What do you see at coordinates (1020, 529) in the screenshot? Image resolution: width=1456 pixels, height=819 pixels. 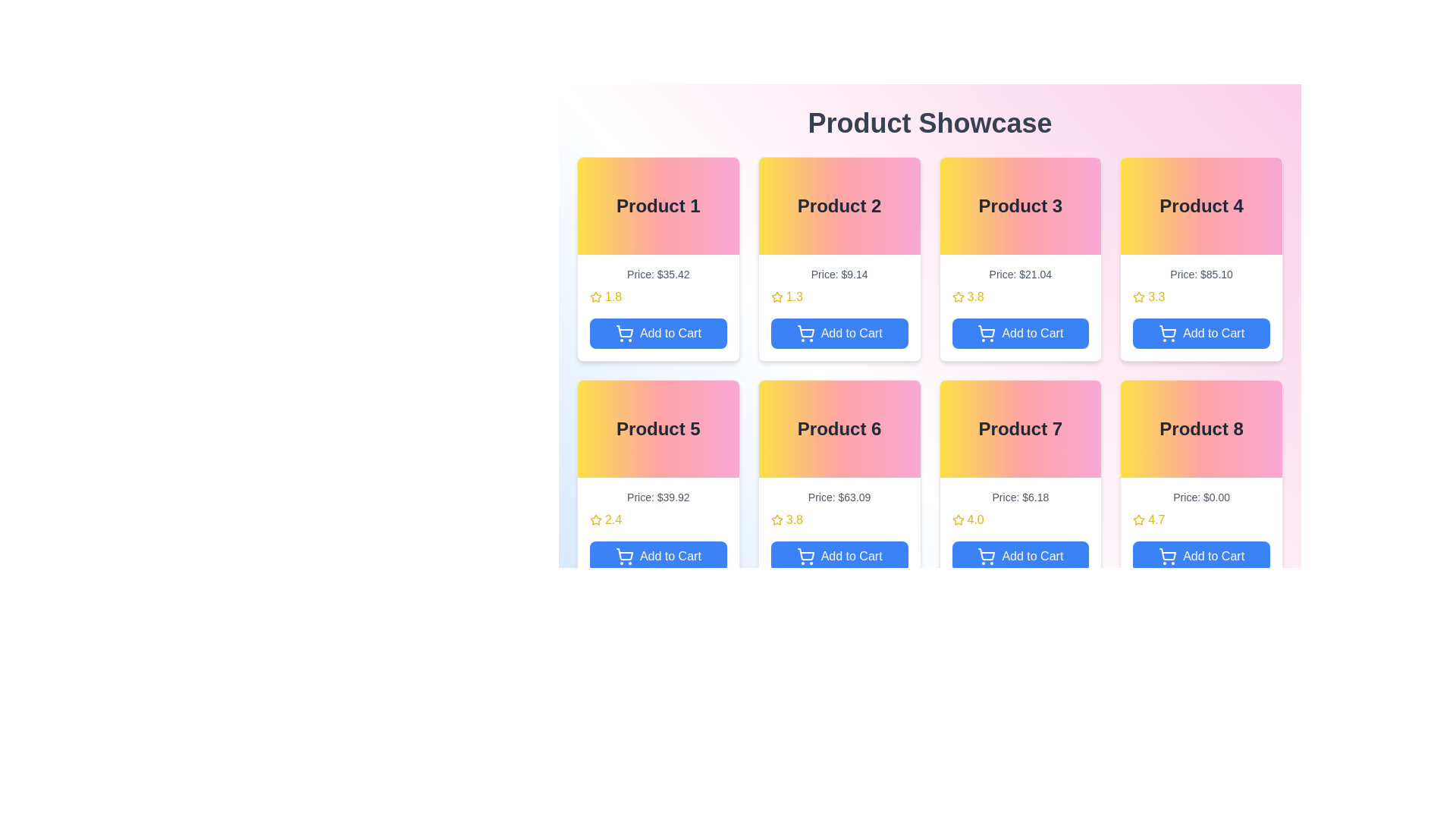 I see `the 'Add to Cart' button located centrally within the 'Product 7' component that displays the price and rating` at bounding box center [1020, 529].